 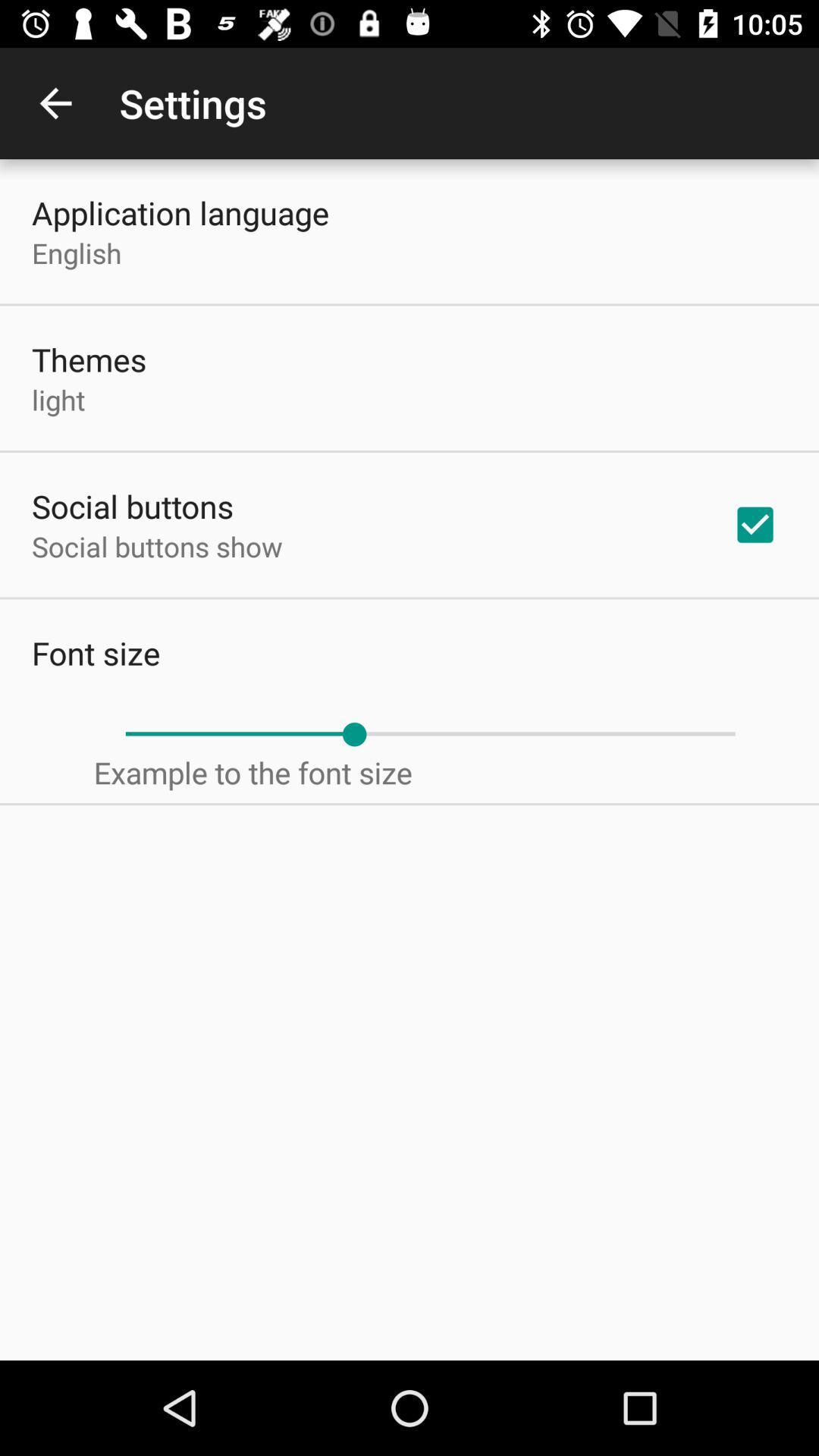 I want to click on the icon above application language item, so click(x=55, y=102).